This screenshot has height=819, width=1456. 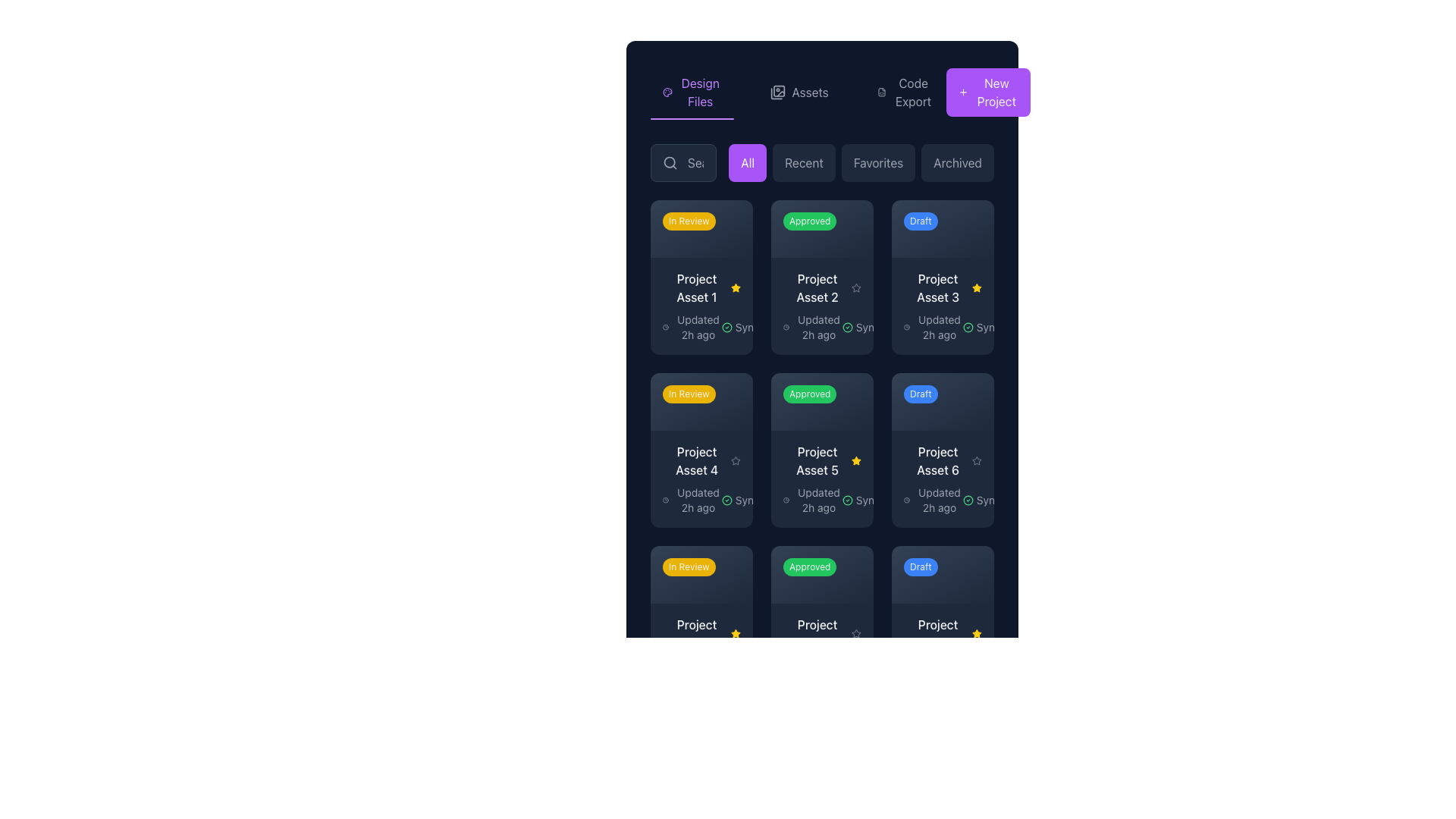 I want to click on the text label and icon representing 'Project Asset 3' in the grid, so click(x=942, y=287).